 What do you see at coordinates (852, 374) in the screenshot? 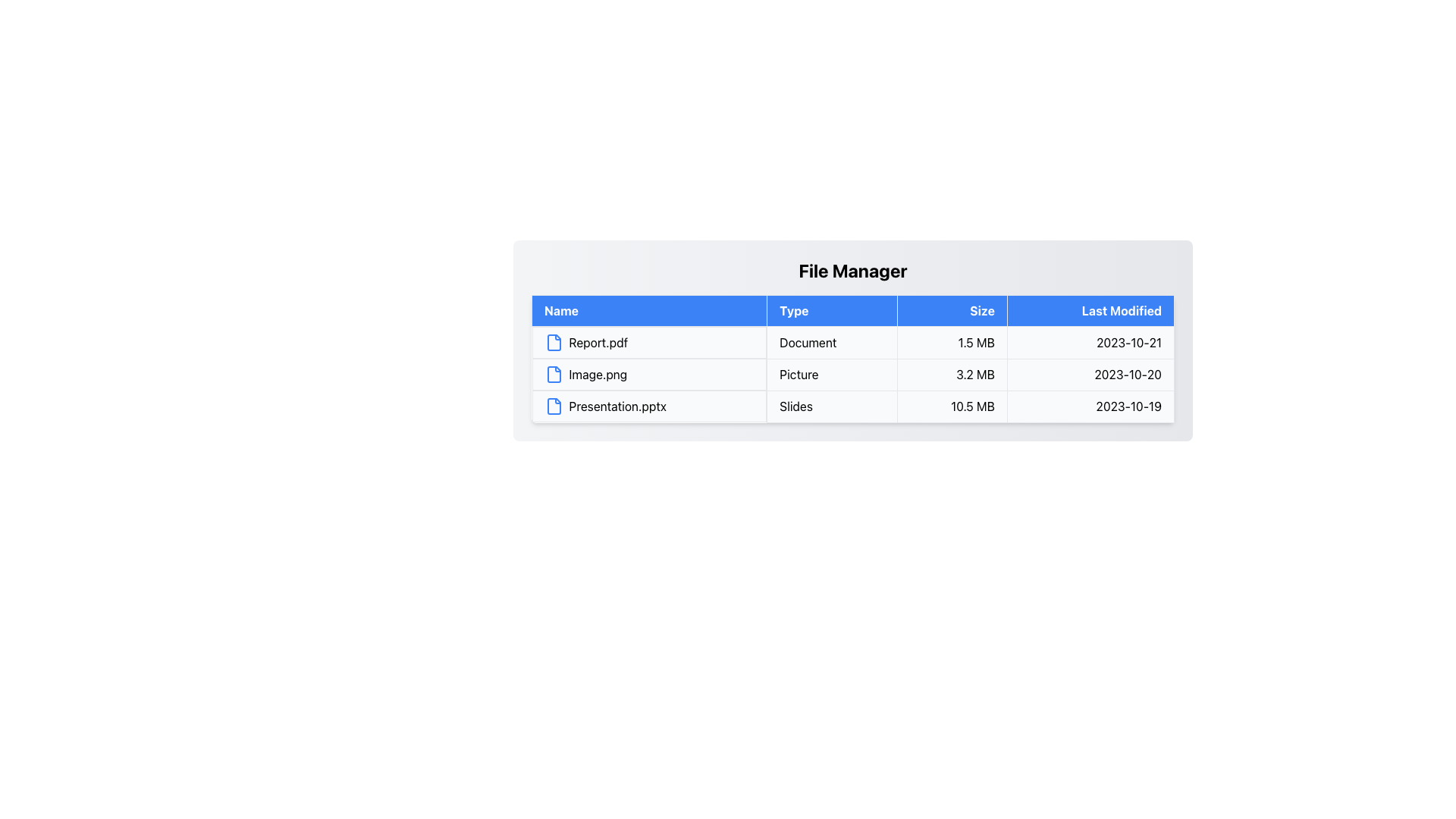
I see `the second row of the table that contains metadata for 'Image.png'` at bounding box center [852, 374].